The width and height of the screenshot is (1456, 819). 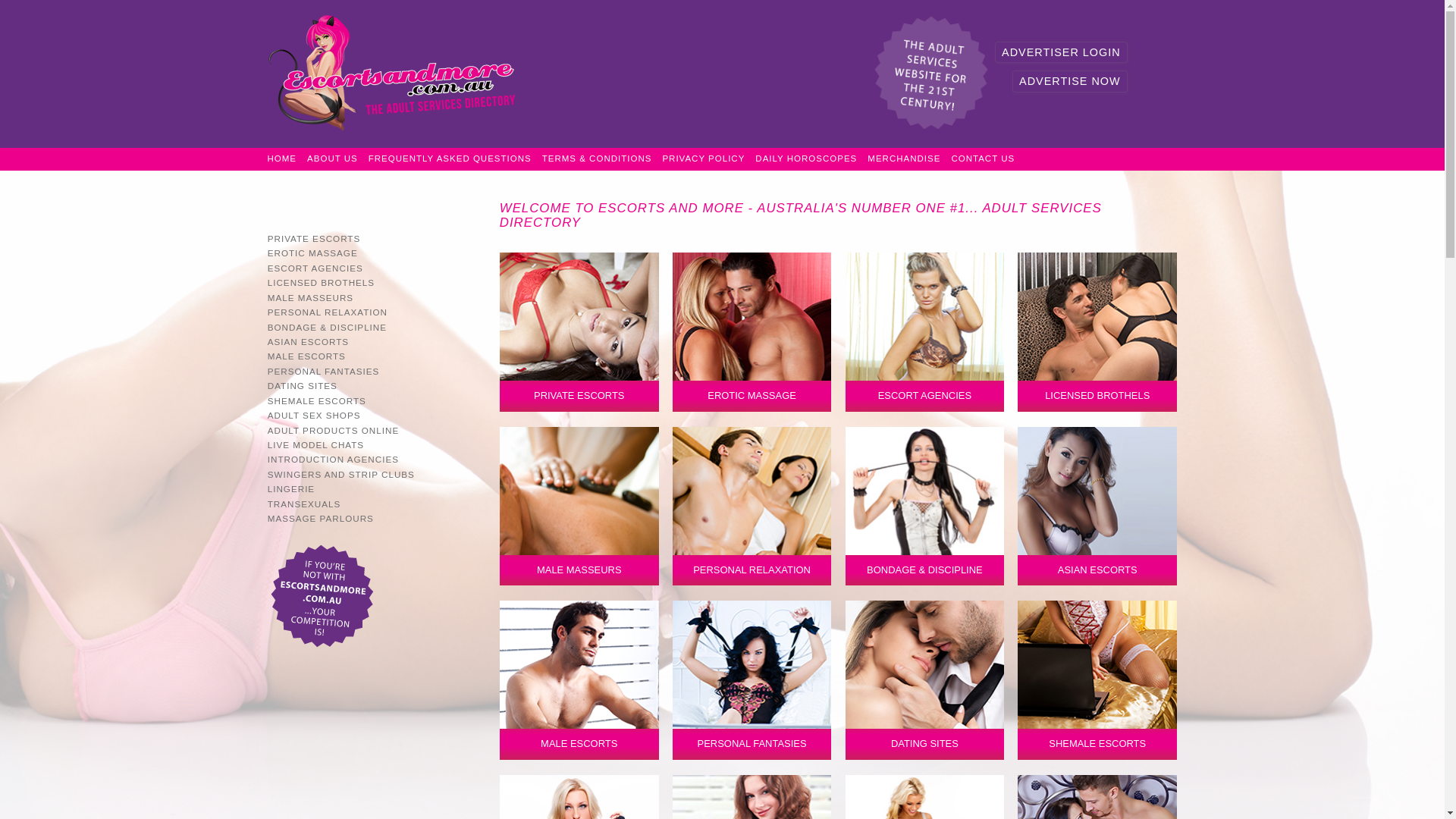 I want to click on 'FREQUENTLY ASKED QUESTIONS', so click(x=449, y=158).